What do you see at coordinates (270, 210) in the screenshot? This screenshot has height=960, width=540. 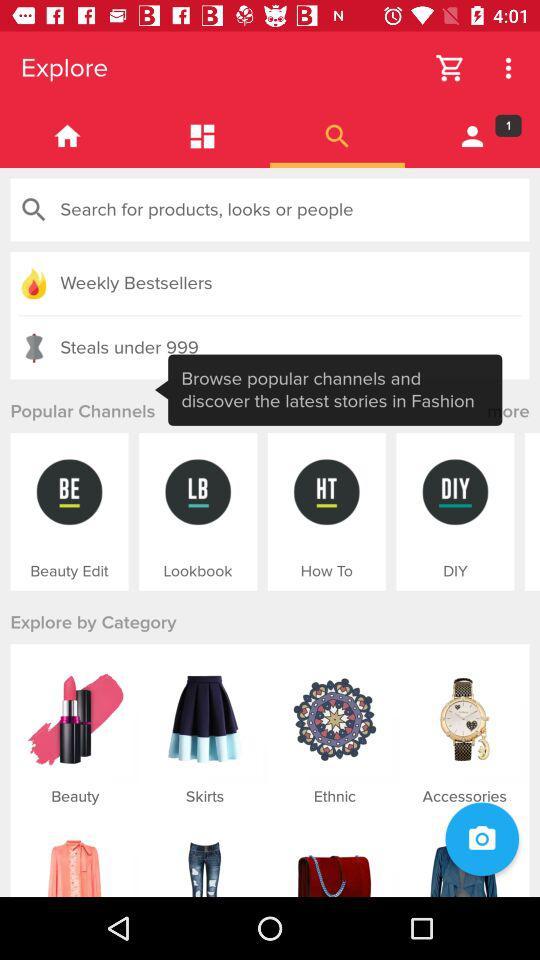 I see `search products looks or people` at bounding box center [270, 210].